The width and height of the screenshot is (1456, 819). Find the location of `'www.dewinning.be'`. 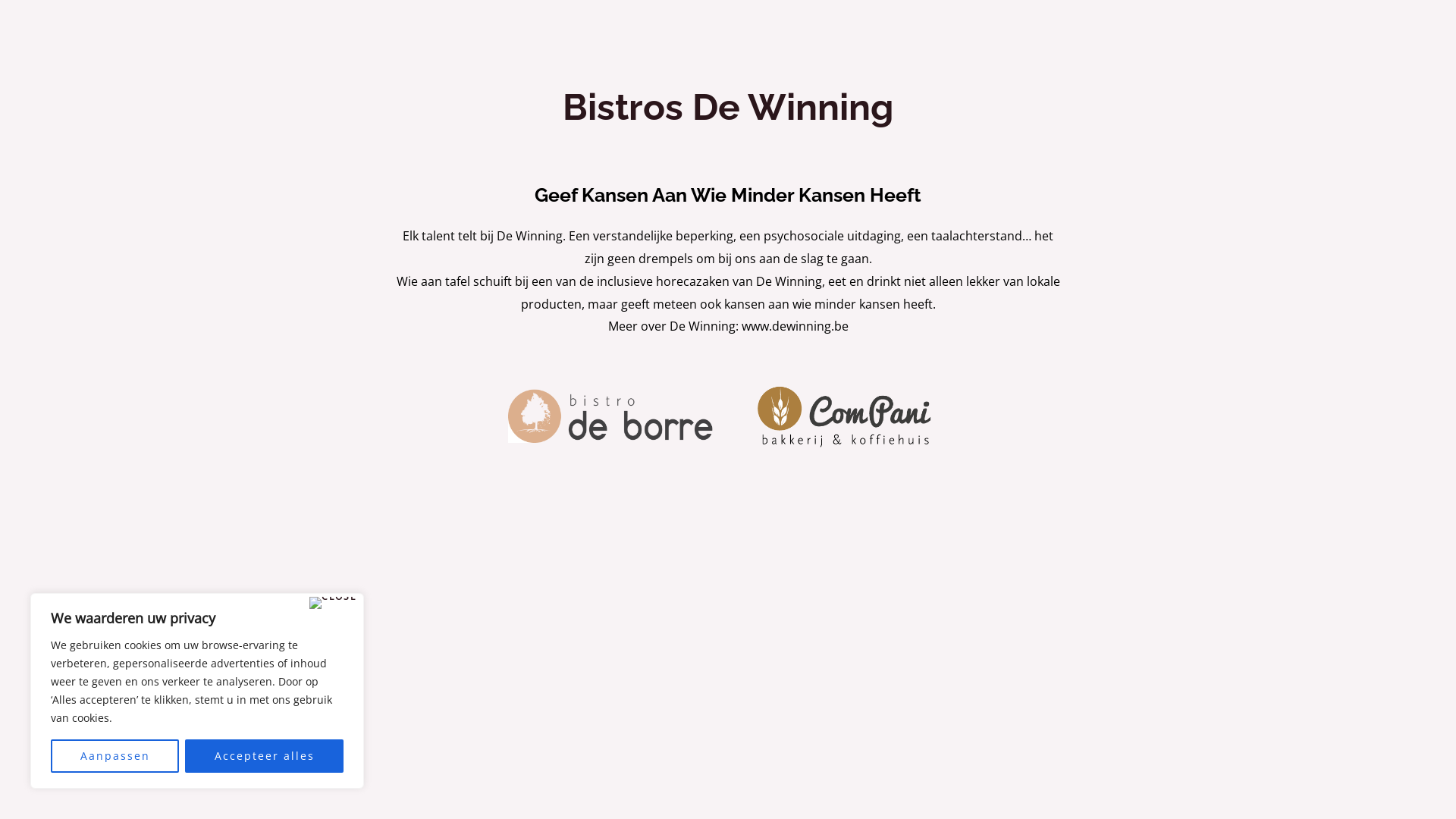

'www.dewinning.be' is located at coordinates (742, 325).